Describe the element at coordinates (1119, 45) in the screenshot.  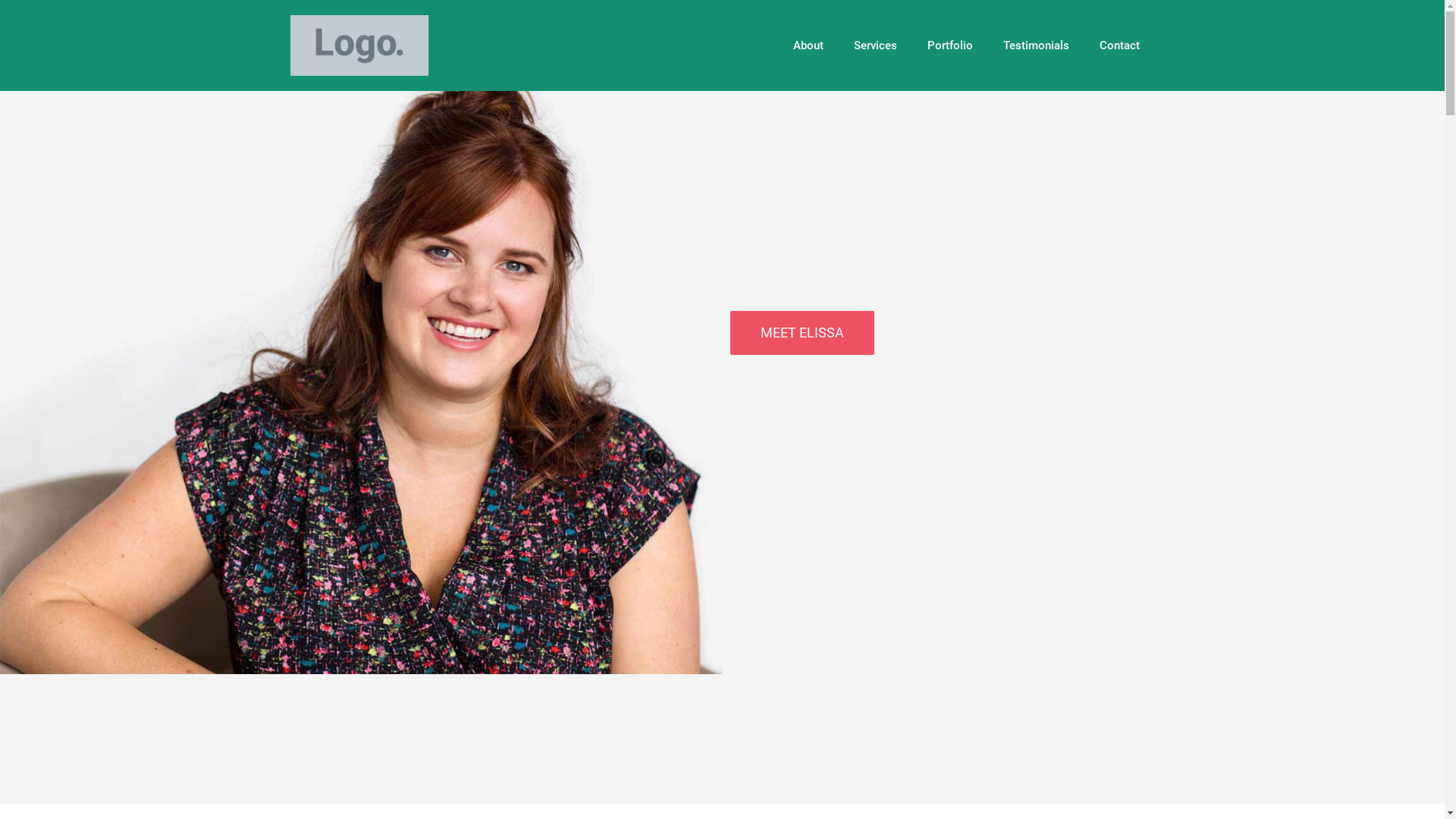
I see `'Contact'` at that location.